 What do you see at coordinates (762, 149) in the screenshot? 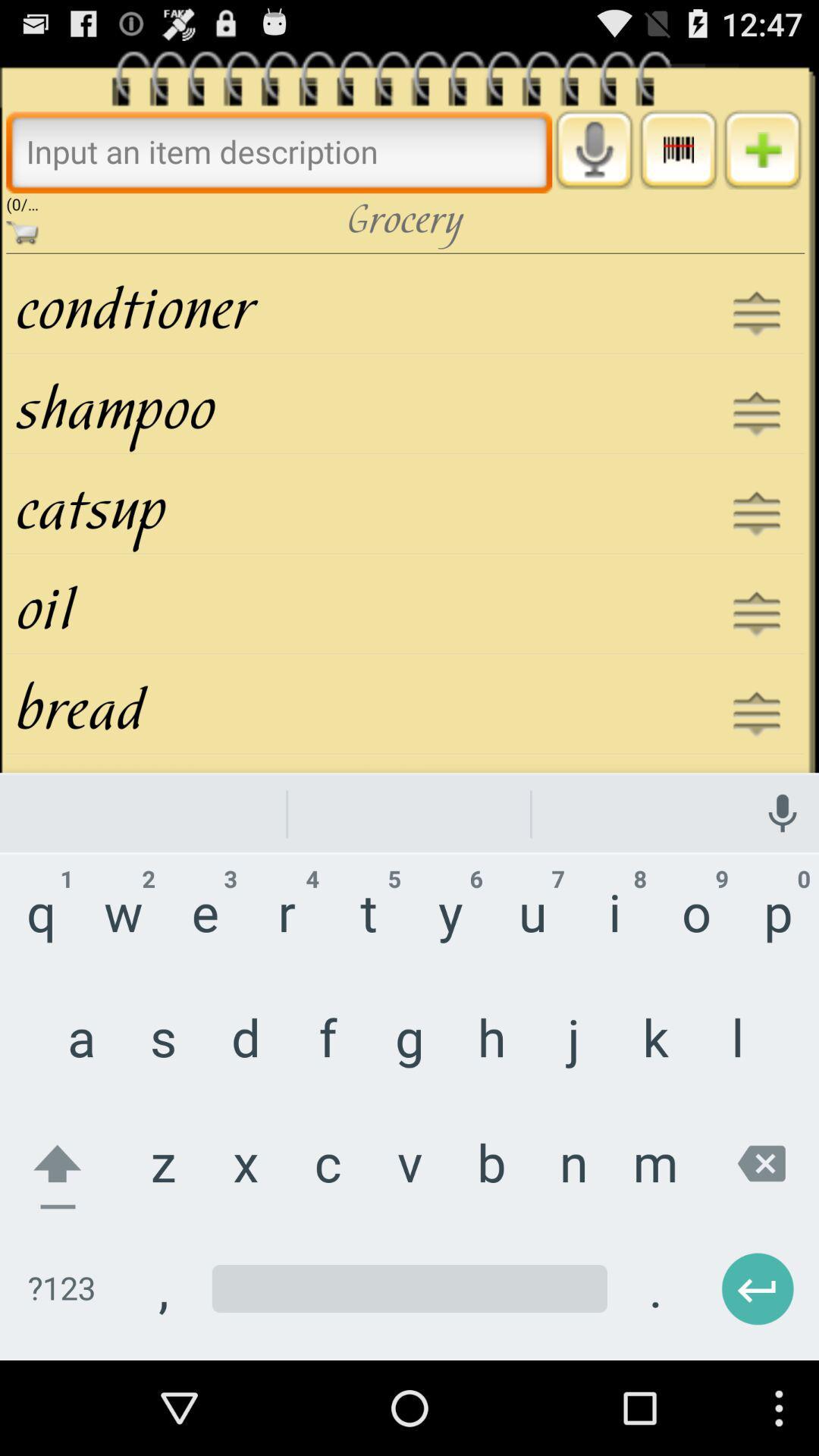
I see `item button` at bounding box center [762, 149].